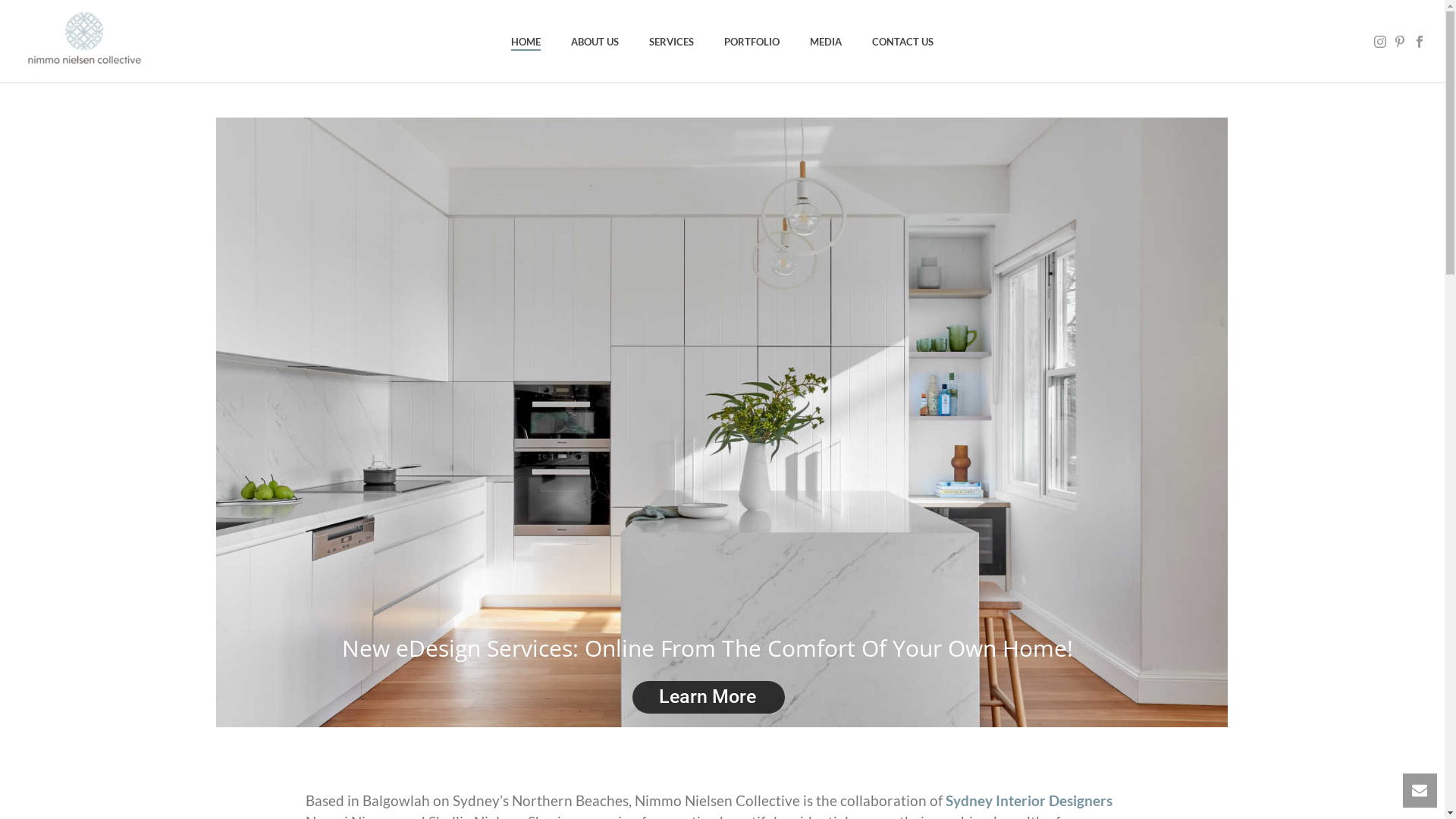 The height and width of the screenshot is (819, 1456). What do you see at coordinates (670, 40) in the screenshot?
I see `'SERVICES'` at bounding box center [670, 40].